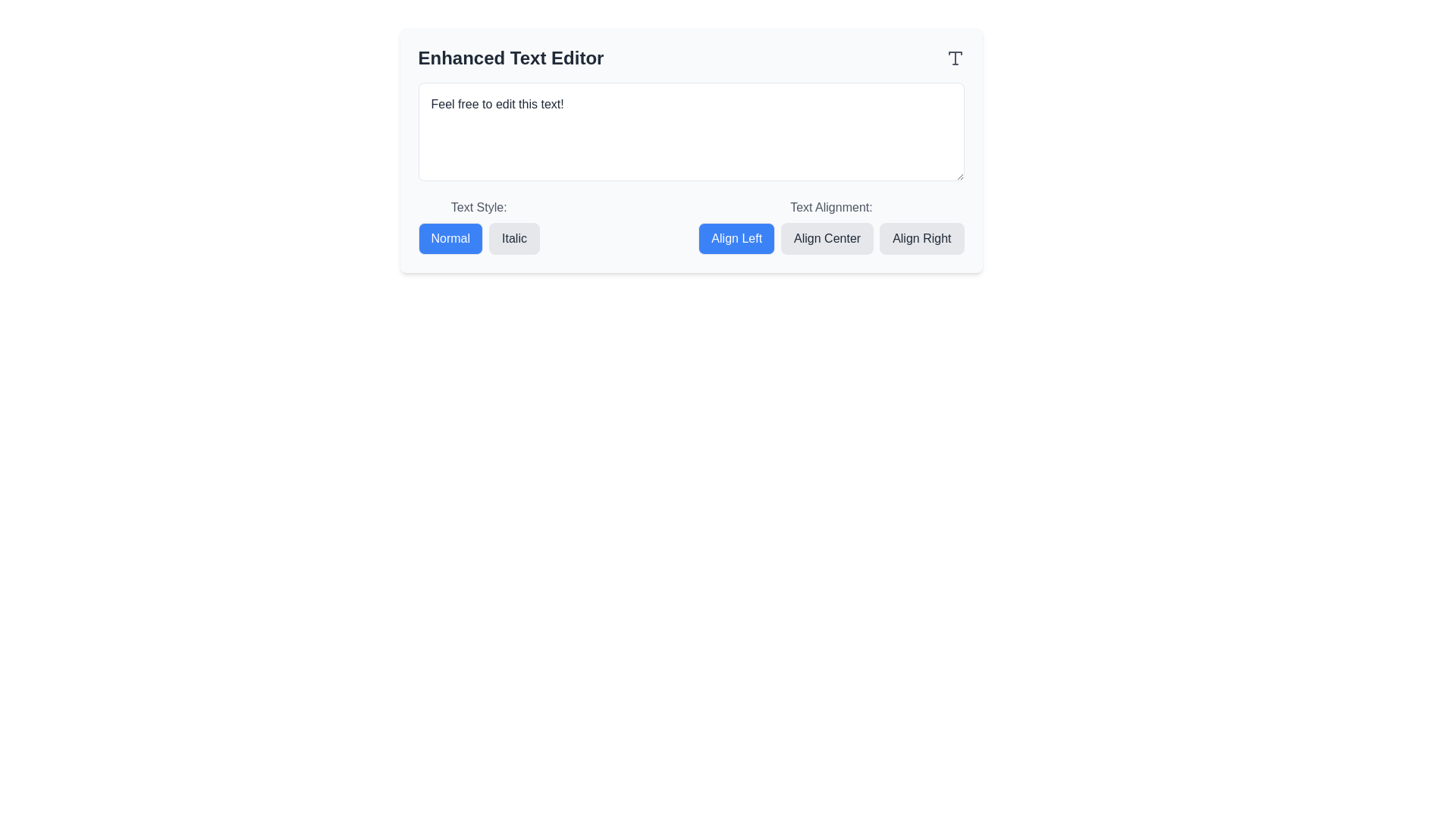  I want to click on the 'Align Center' button, which is the second button in the 'Text Alignment' section, to center the text alignment, so click(827, 239).